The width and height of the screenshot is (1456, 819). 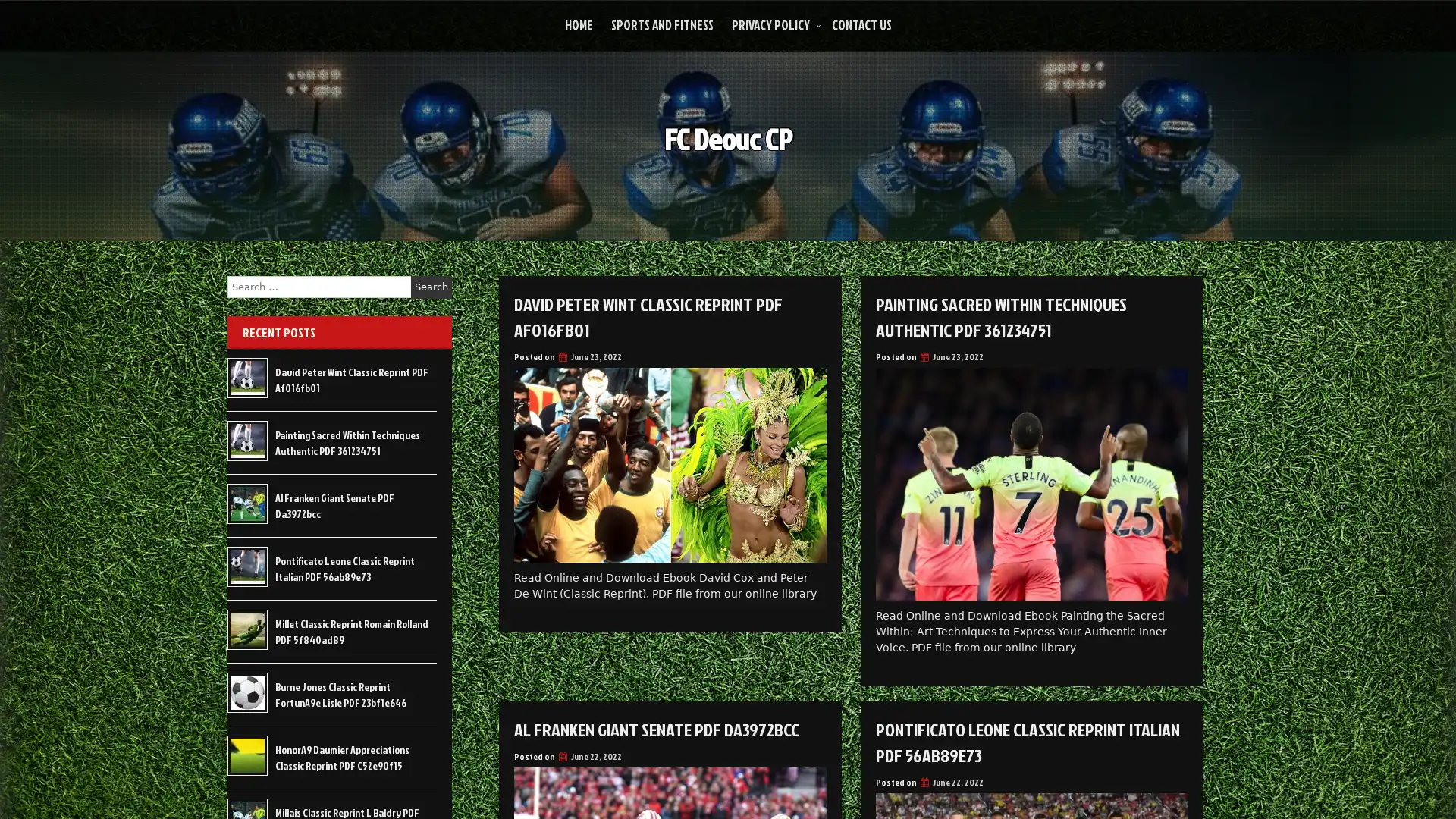 What do you see at coordinates (431, 287) in the screenshot?
I see `Search` at bounding box center [431, 287].